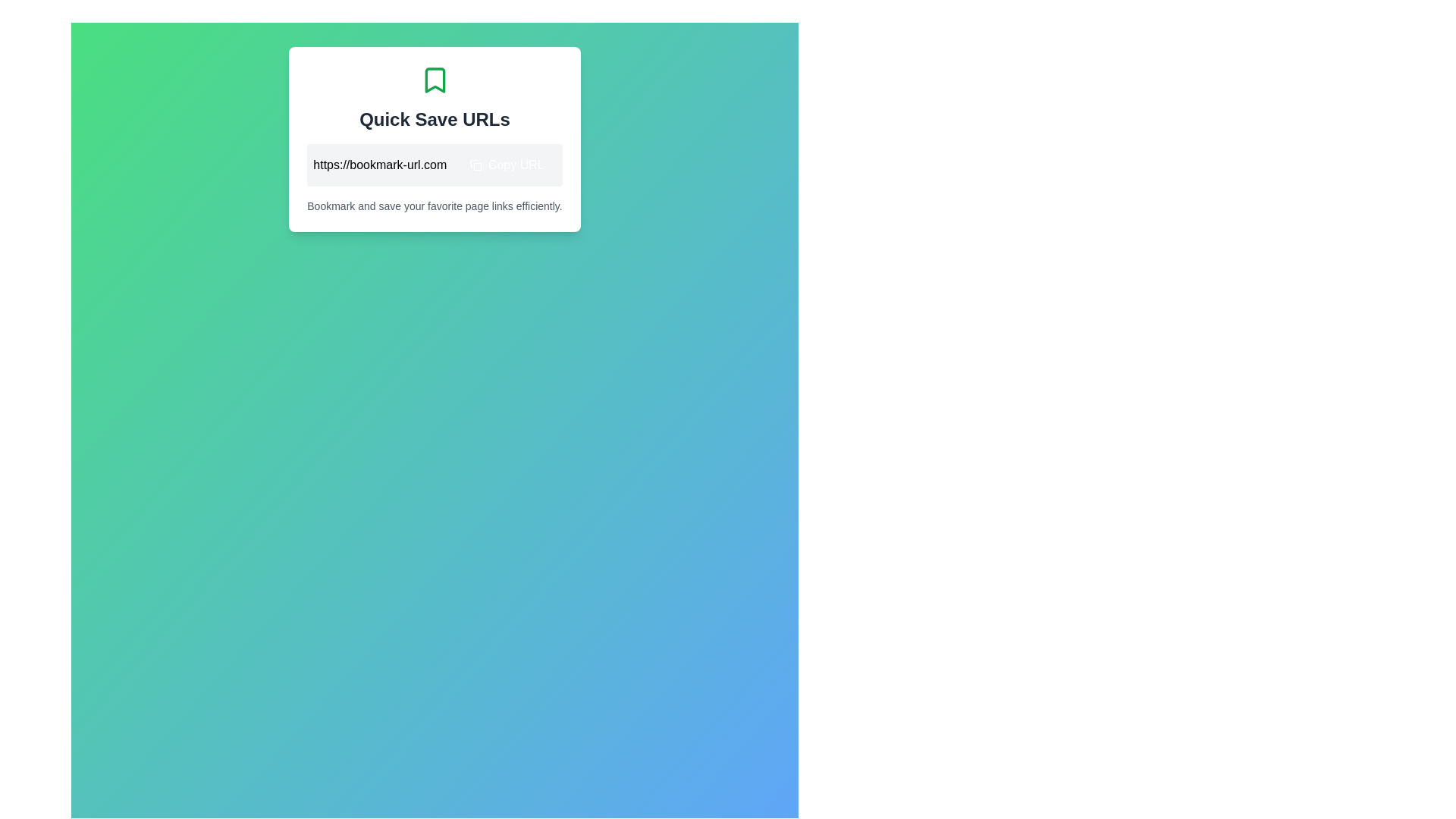 The width and height of the screenshot is (1456, 819). I want to click on the save or bookmark icon located at the top center of the card, directly above the title 'Quick Save URLs', so click(434, 80).